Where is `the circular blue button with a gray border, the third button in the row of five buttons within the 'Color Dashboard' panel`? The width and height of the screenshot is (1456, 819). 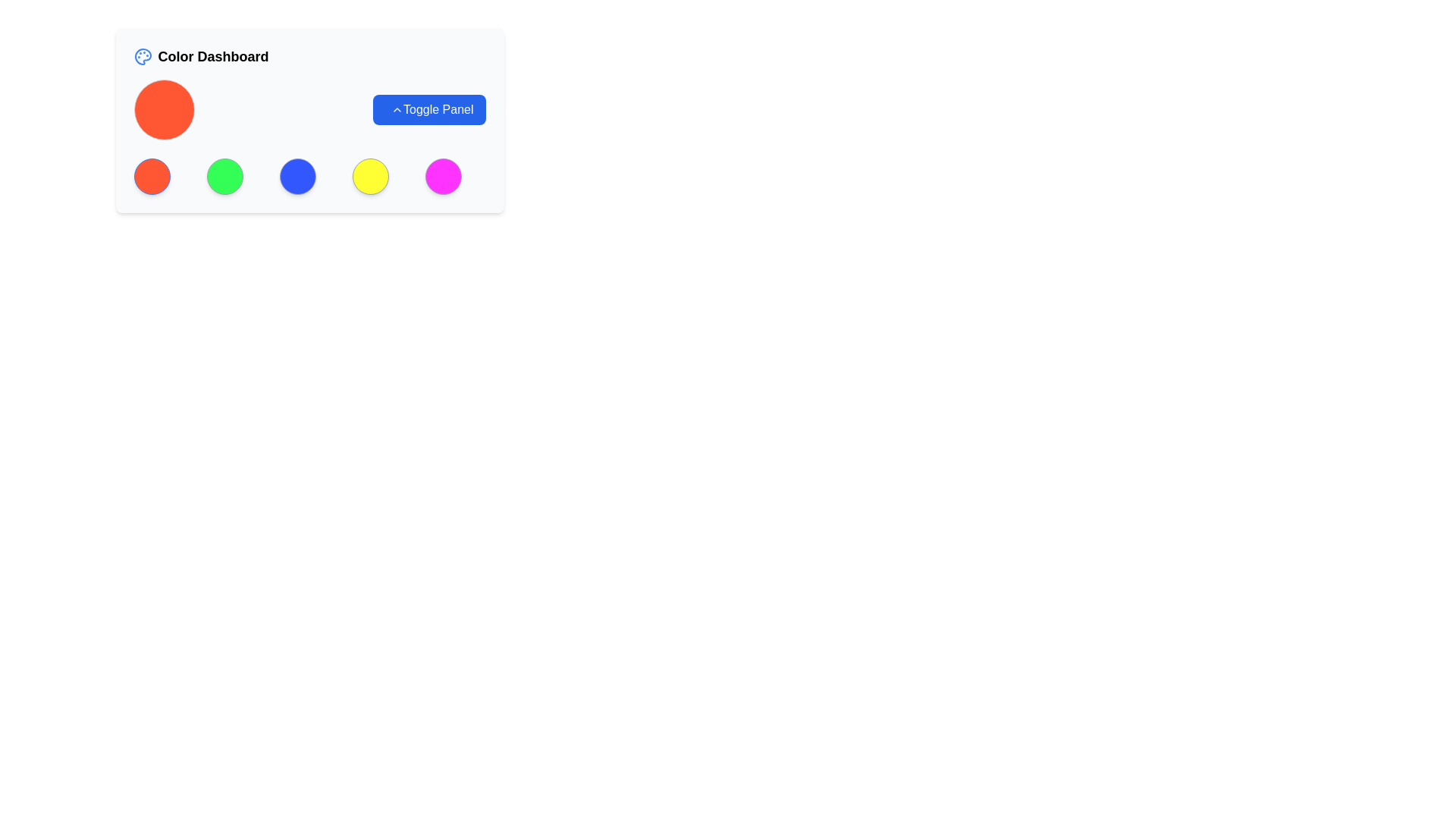
the circular blue button with a gray border, the third button in the row of five buttons within the 'Color Dashboard' panel is located at coordinates (309, 175).